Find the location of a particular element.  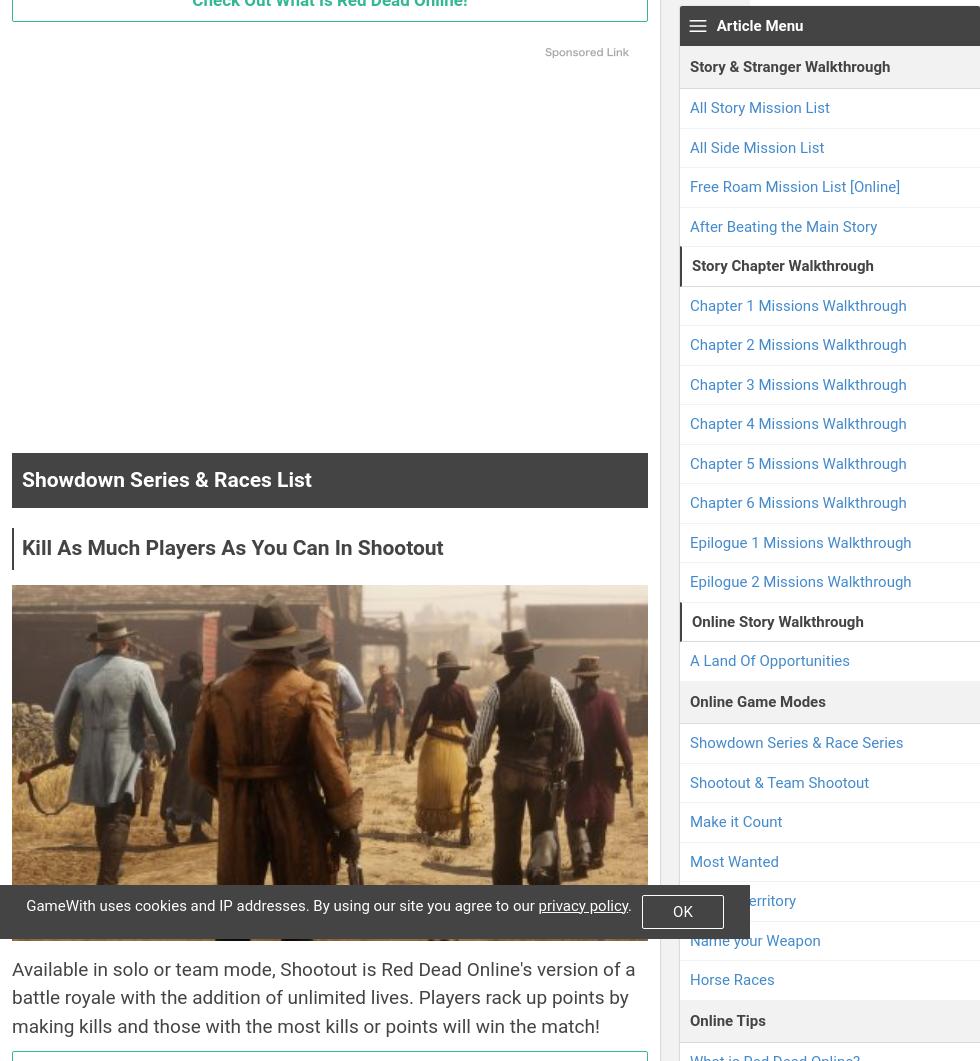

'Chapter 5 Missions Walkthrough' is located at coordinates (690, 463).